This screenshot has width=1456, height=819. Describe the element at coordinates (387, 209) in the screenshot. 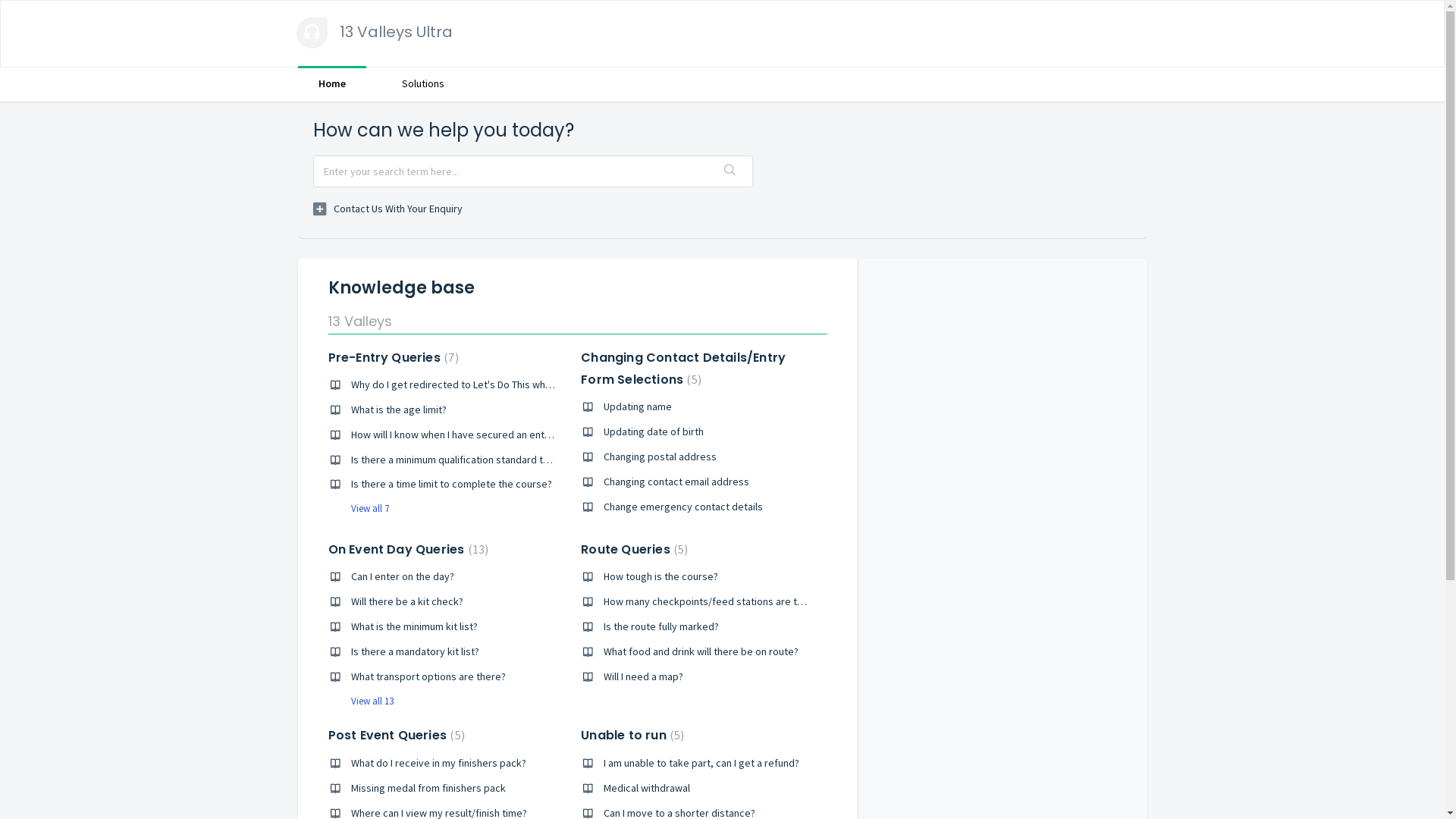

I see `'New support ticket'` at that location.